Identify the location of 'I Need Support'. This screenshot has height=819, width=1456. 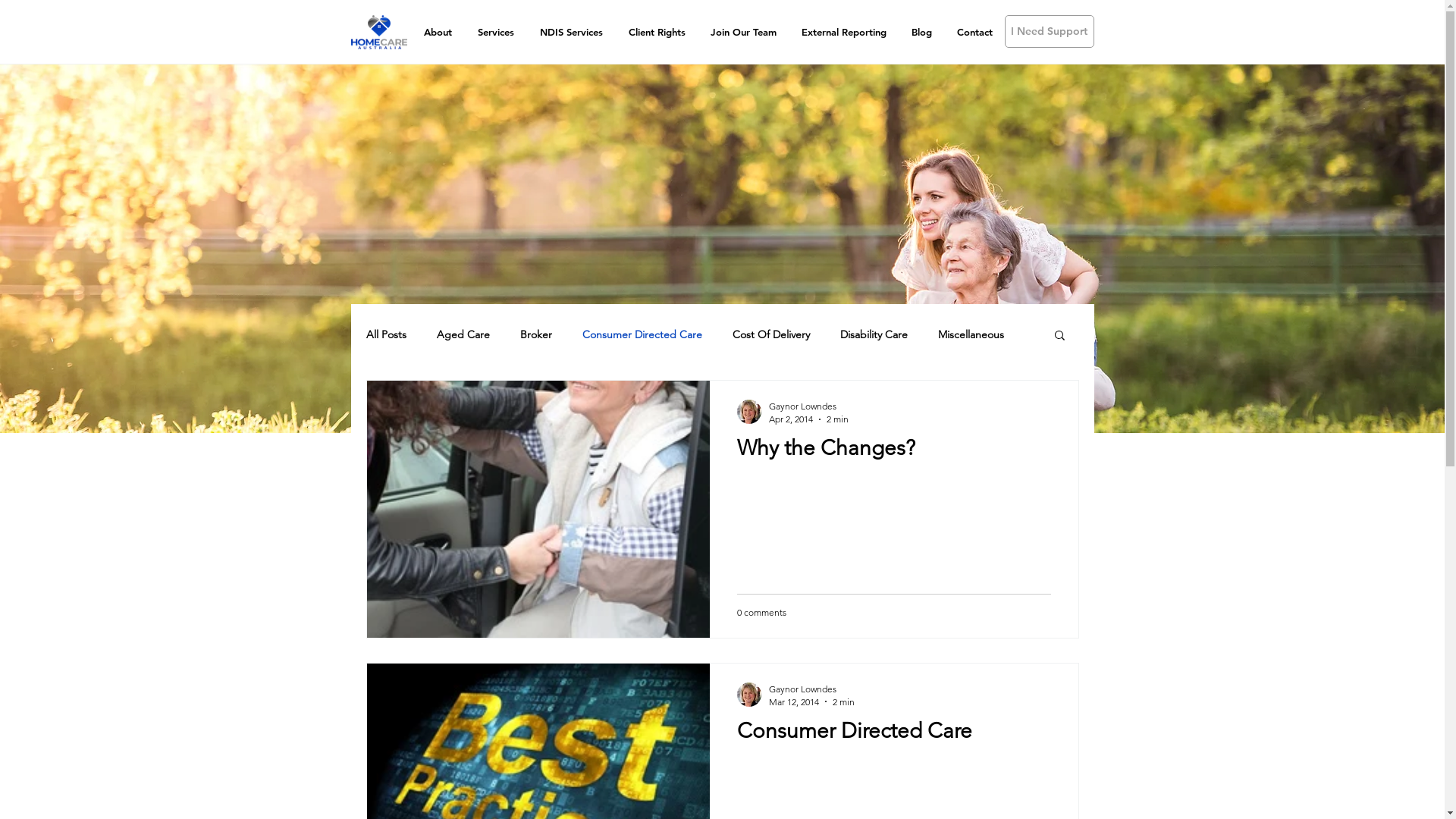
(1047, 31).